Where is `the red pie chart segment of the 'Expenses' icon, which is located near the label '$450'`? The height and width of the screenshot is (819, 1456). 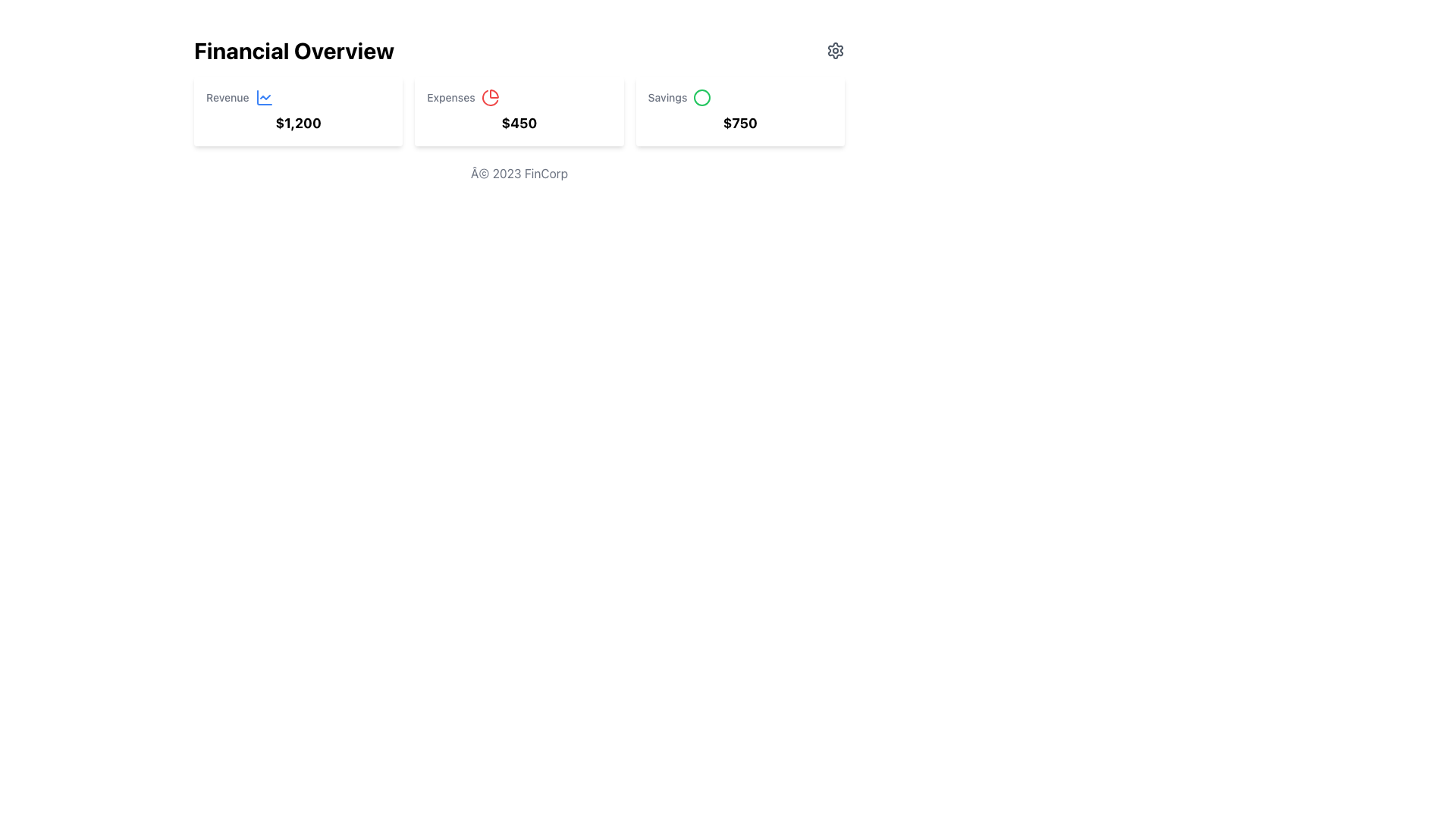 the red pie chart segment of the 'Expenses' icon, which is located near the label '$450' is located at coordinates (490, 98).